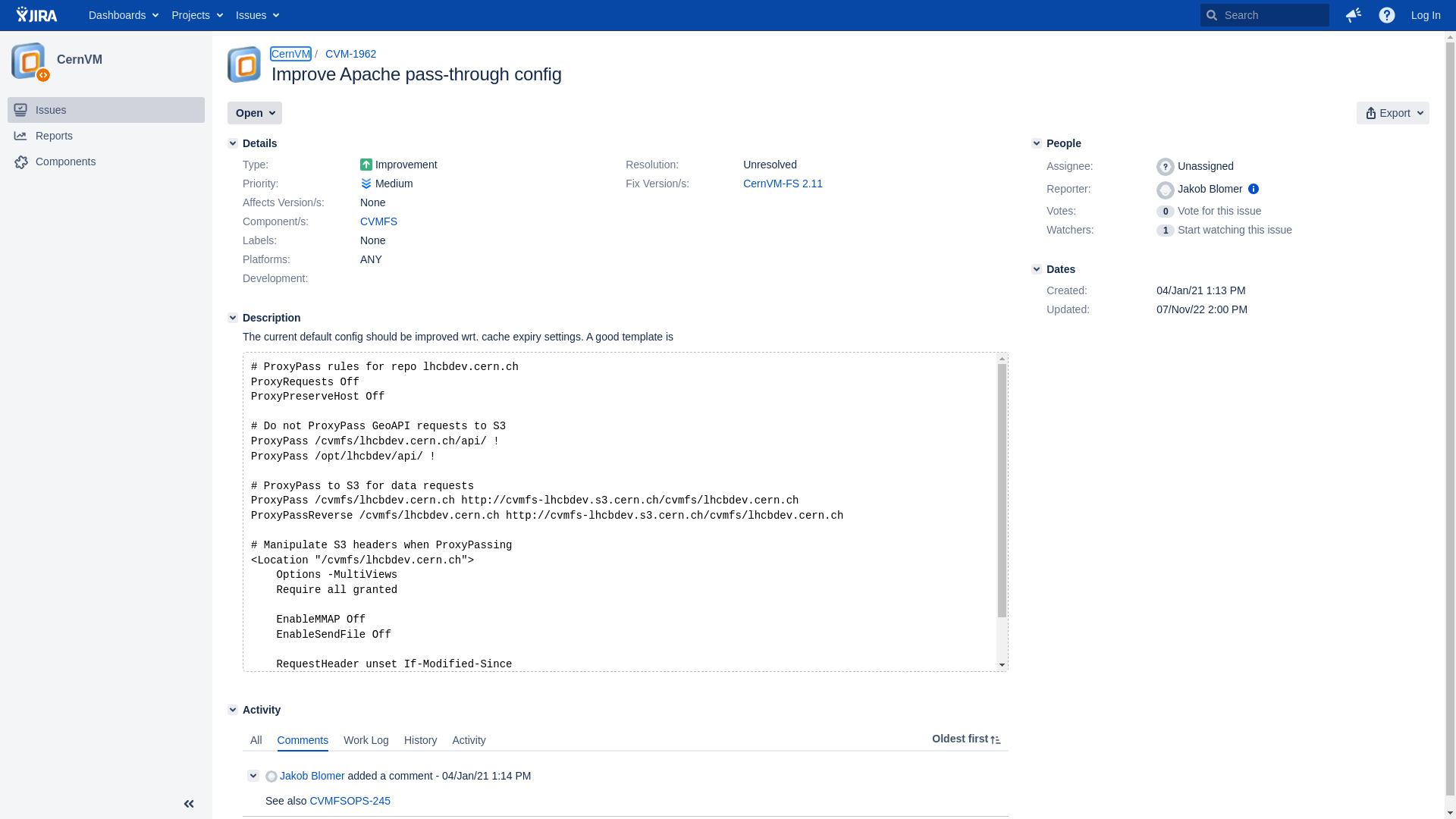 This screenshot has height=819, width=1456. What do you see at coordinates (1357, 112) in the screenshot?
I see `'Export'` at bounding box center [1357, 112].